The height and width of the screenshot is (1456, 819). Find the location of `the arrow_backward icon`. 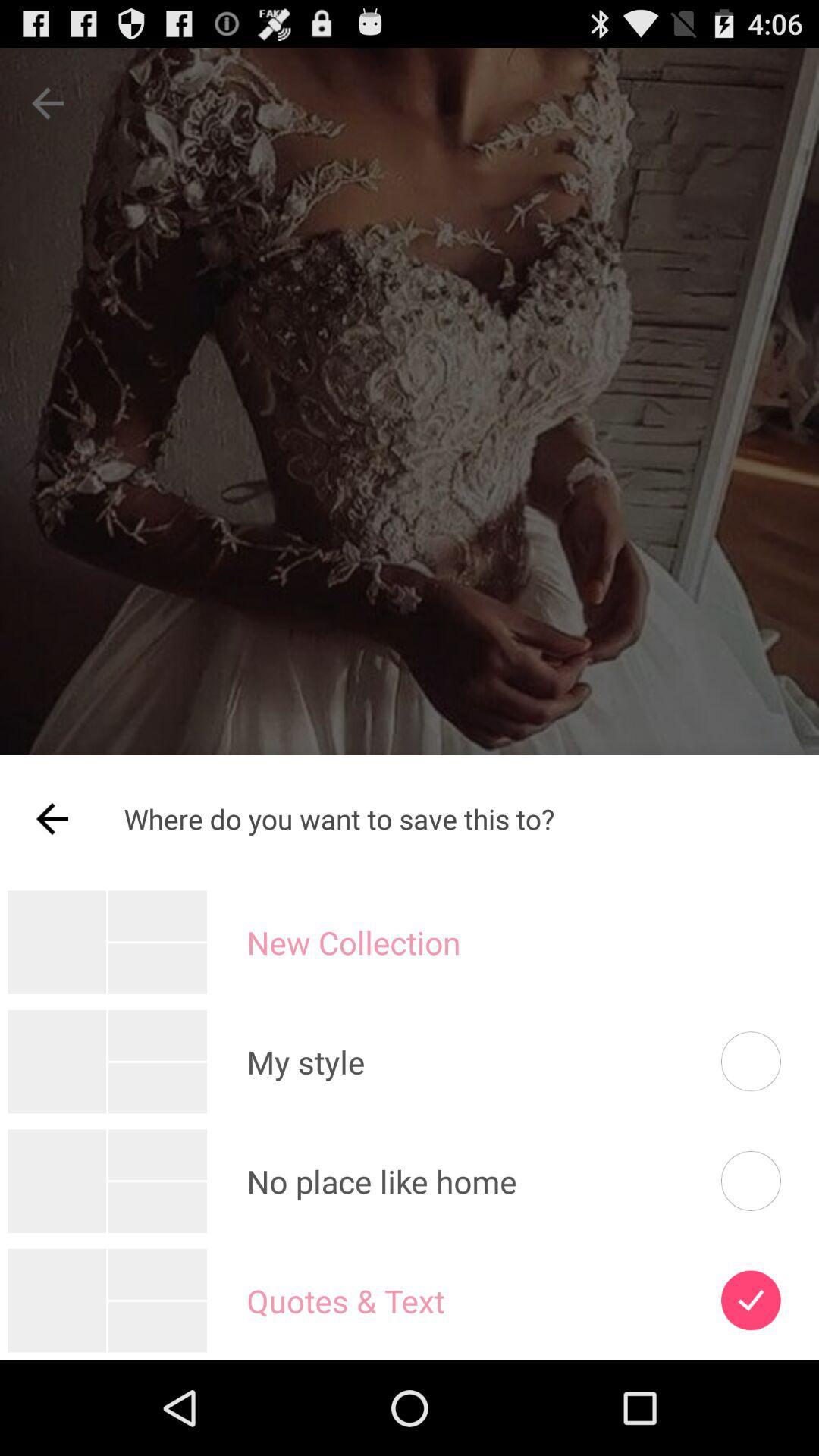

the arrow_backward icon is located at coordinates (52, 876).